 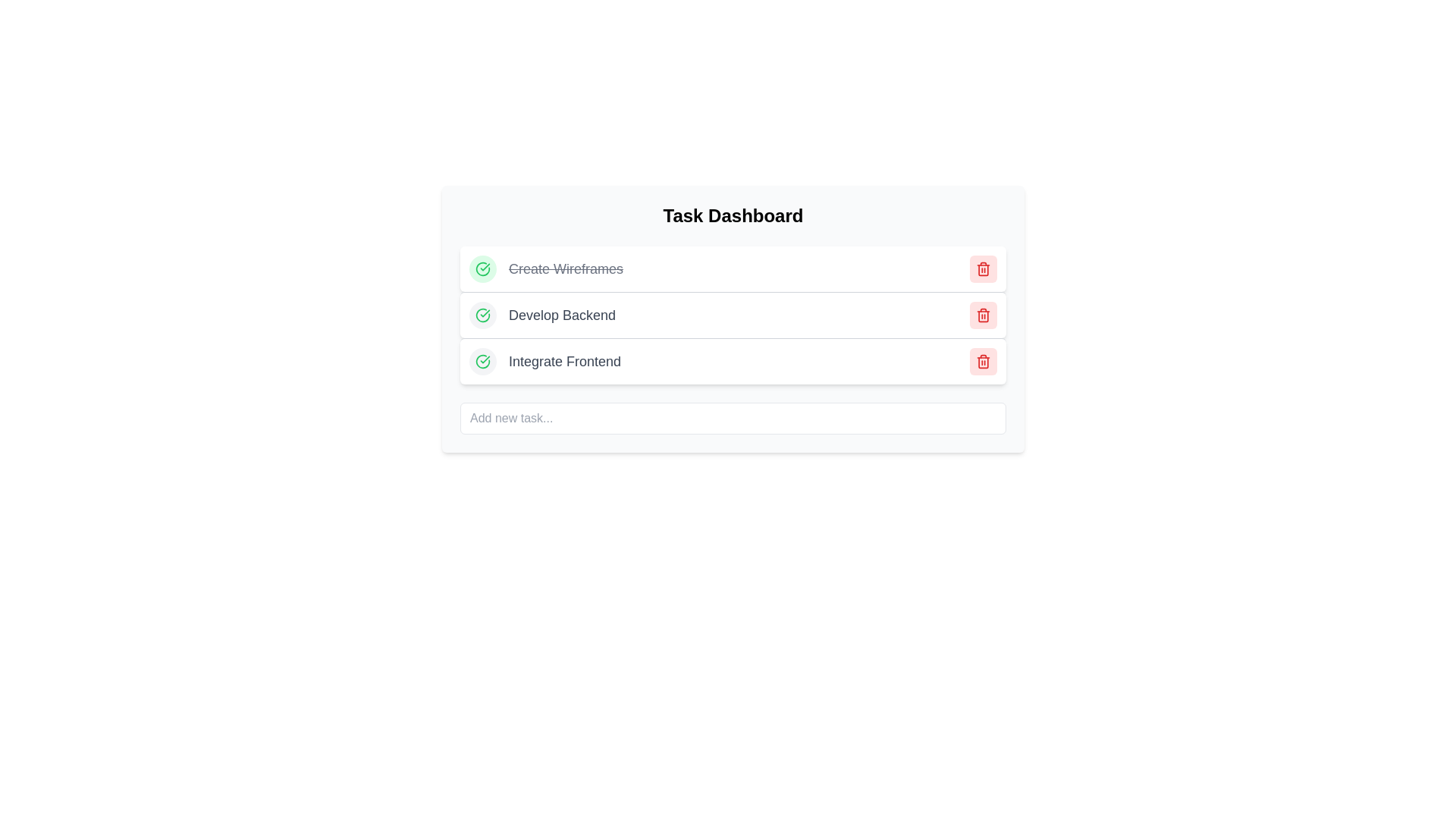 What do you see at coordinates (482, 315) in the screenshot?
I see `the Circular Button` at bounding box center [482, 315].